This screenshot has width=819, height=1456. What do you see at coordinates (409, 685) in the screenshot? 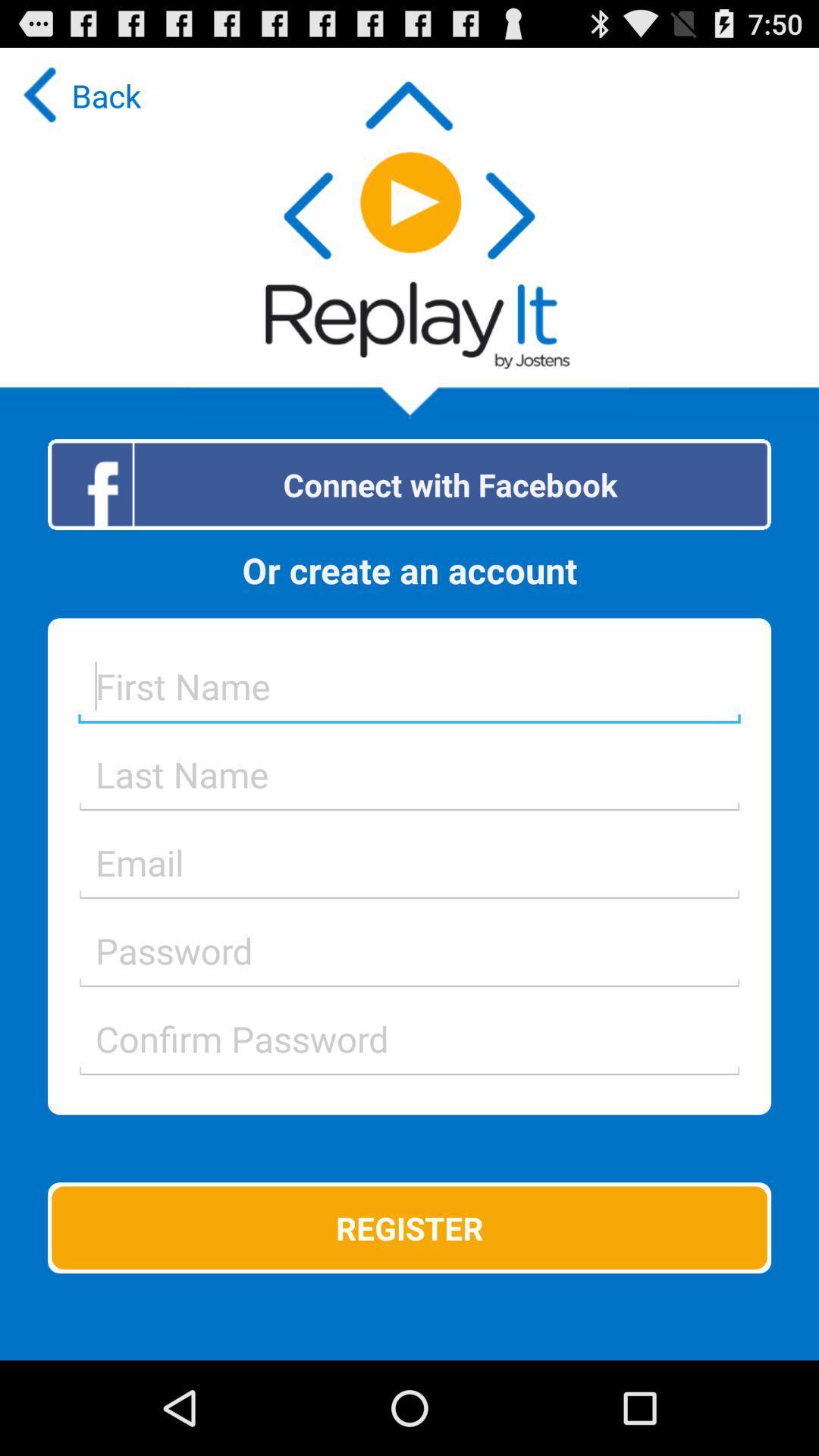
I see `first name` at bounding box center [409, 685].